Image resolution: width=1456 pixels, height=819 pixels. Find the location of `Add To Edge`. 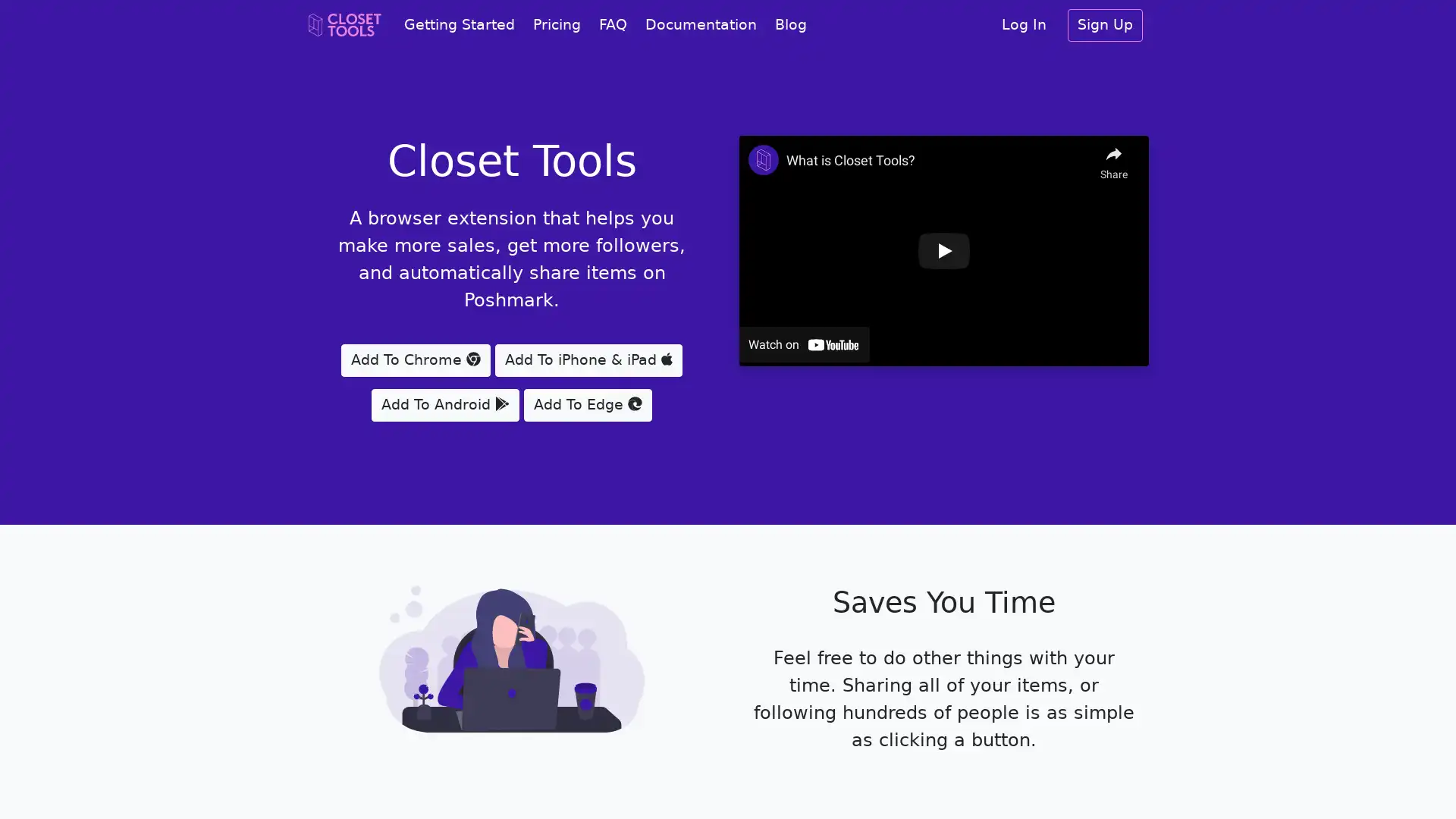

Add To Edge is located at coordinates (587, 403).